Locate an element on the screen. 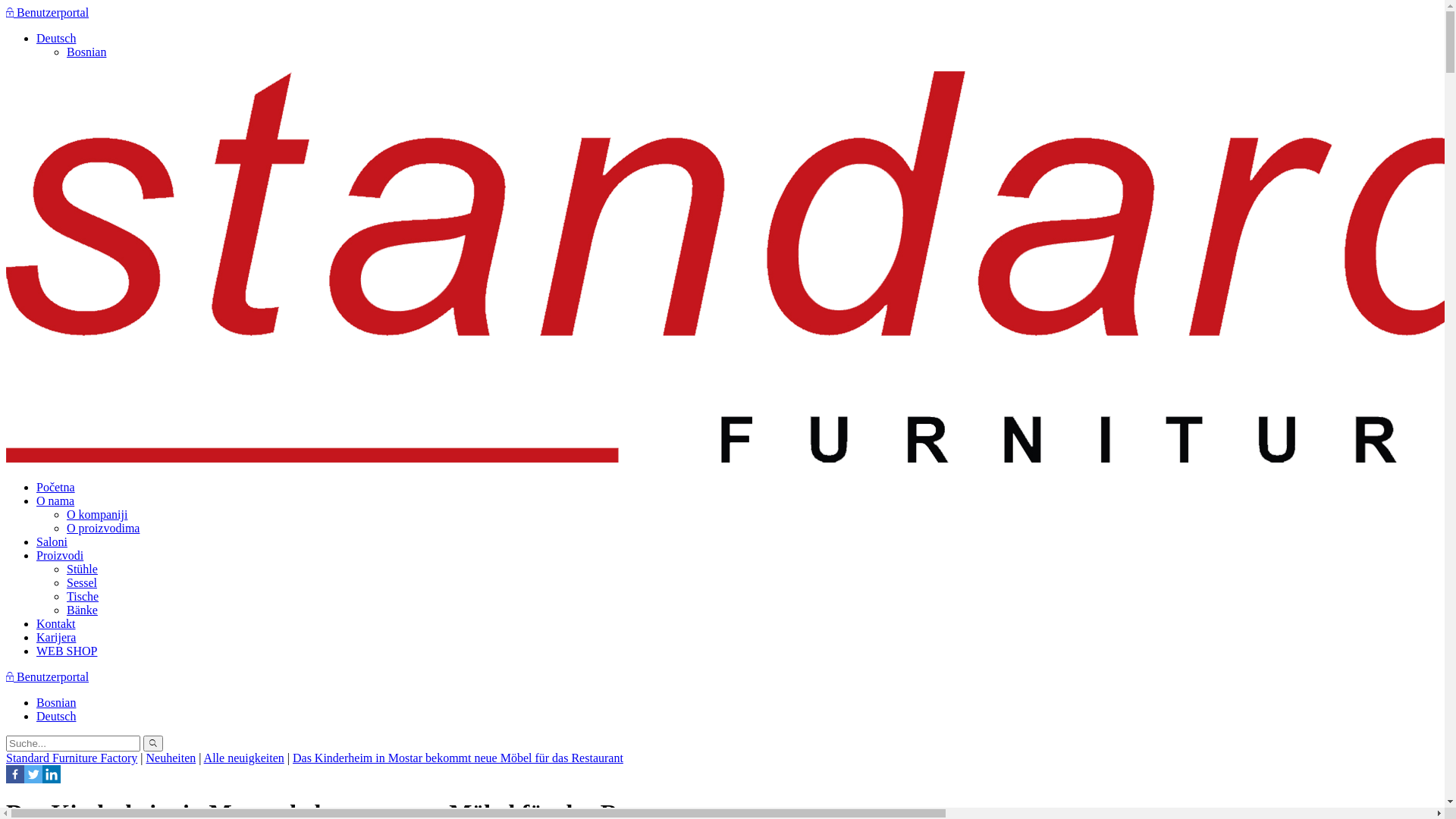 The image size is (1456, 819). 'Standard Furniture Factory' is located at coordinates (71, 758).